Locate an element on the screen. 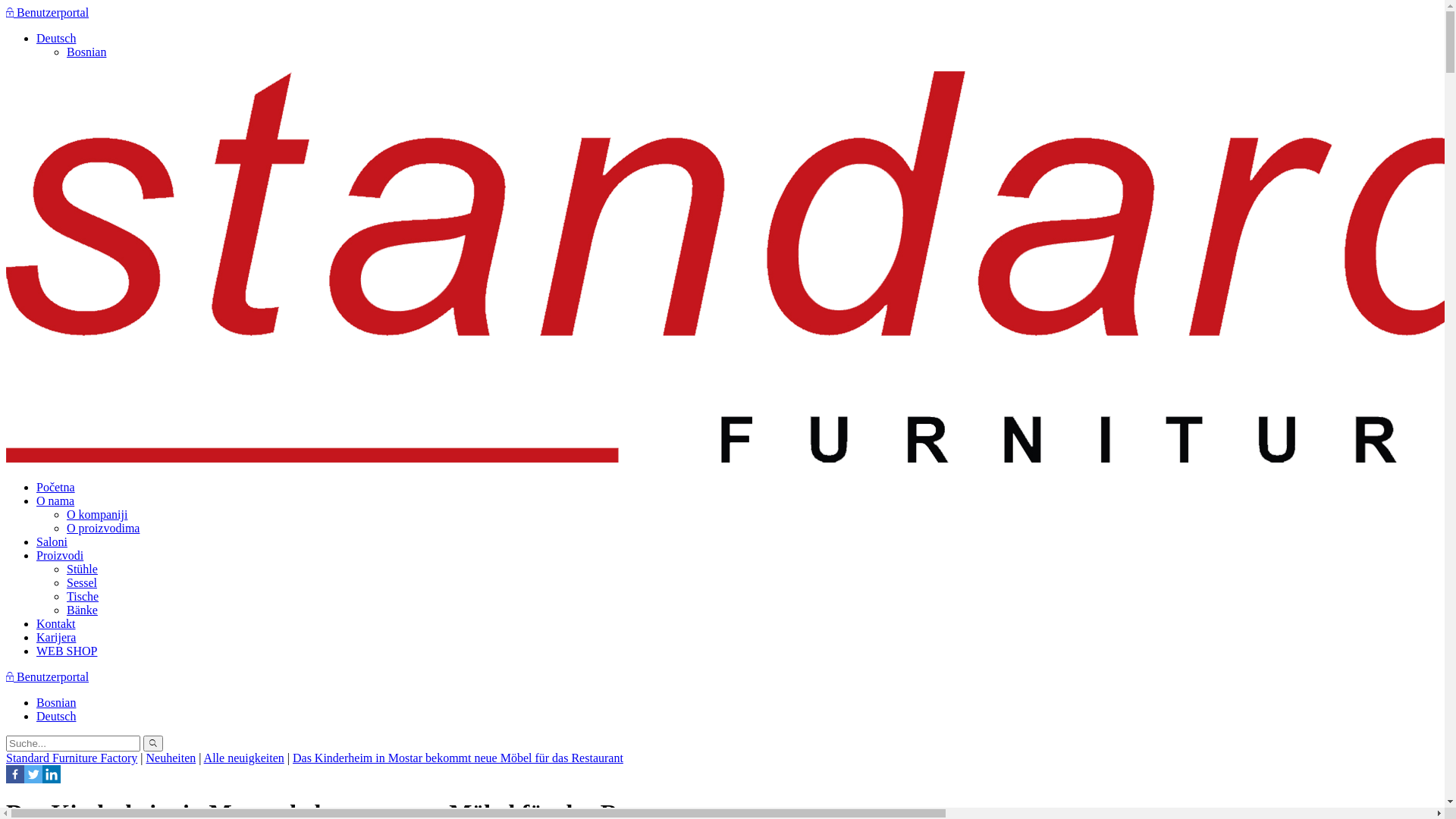 The image size is (1456, 819). 'Standard Furniture Factory' is located at coordinates (71, 758).